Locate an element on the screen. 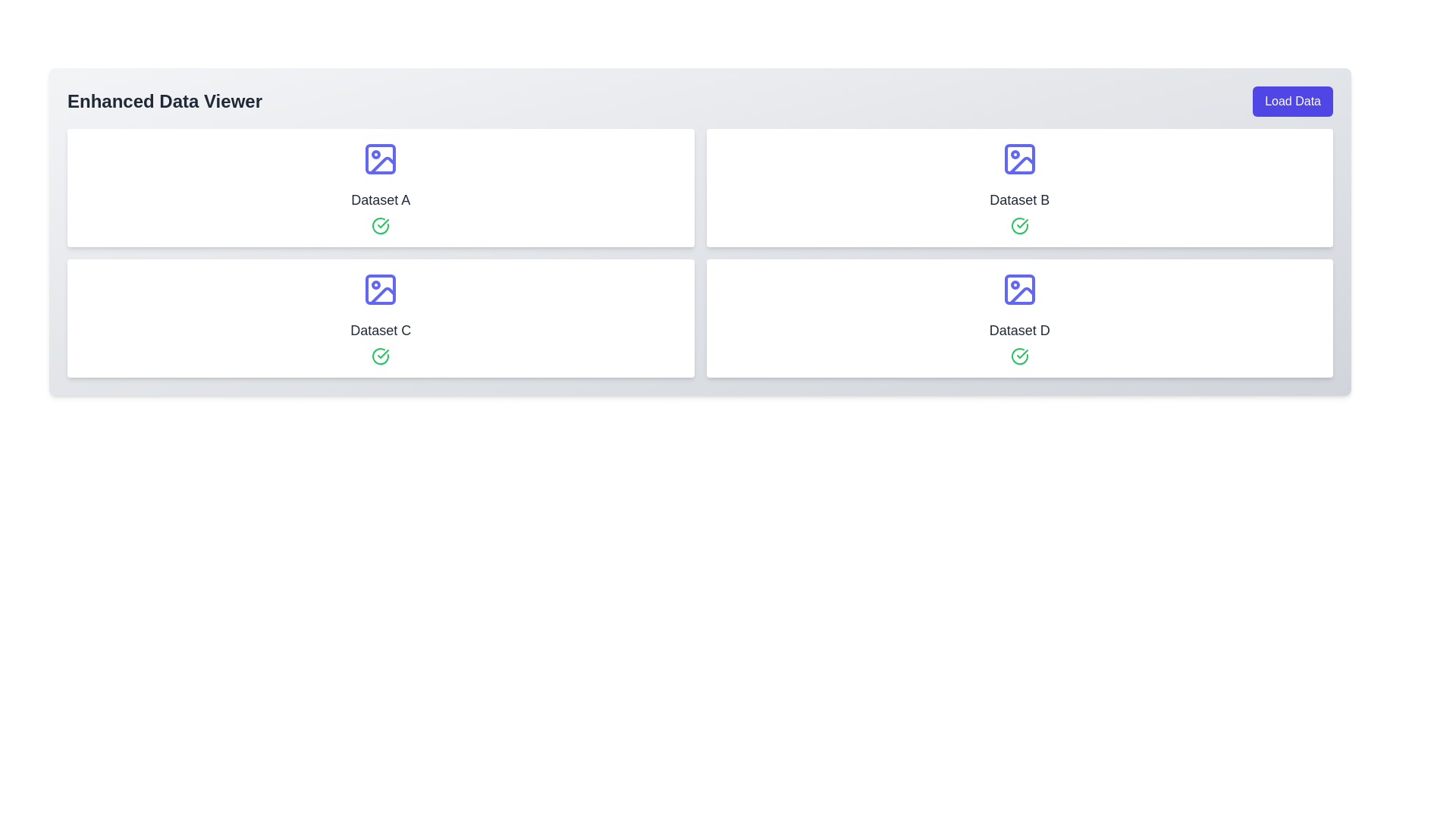 This screenshot has width=1456, height=819. the purple photograph icon representing a mountain and sun, located within the 'Dataset A' card is located at coordinates (383, 165).